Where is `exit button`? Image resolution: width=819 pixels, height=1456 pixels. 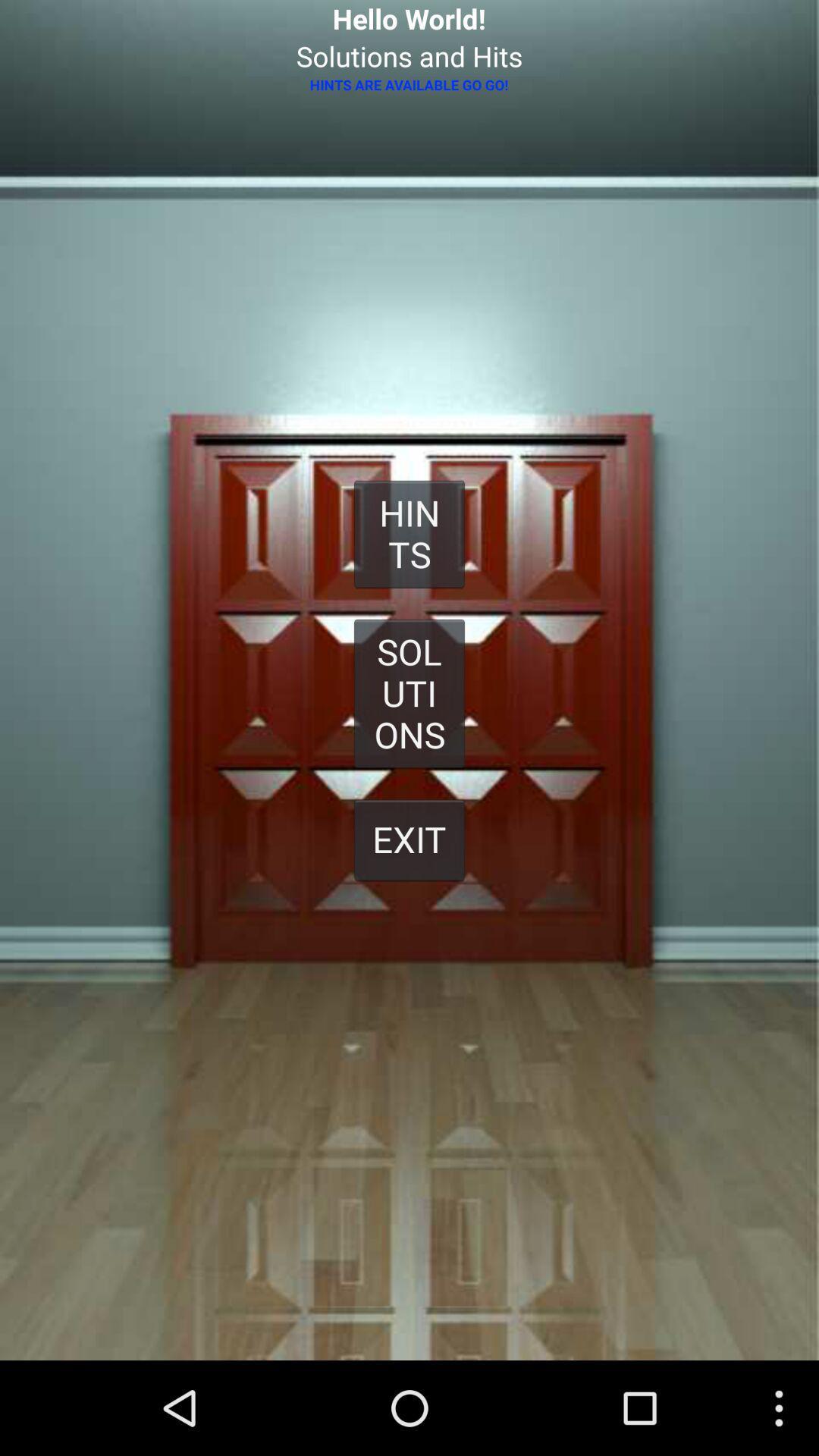 exit button is located at coordinates (409, 839).